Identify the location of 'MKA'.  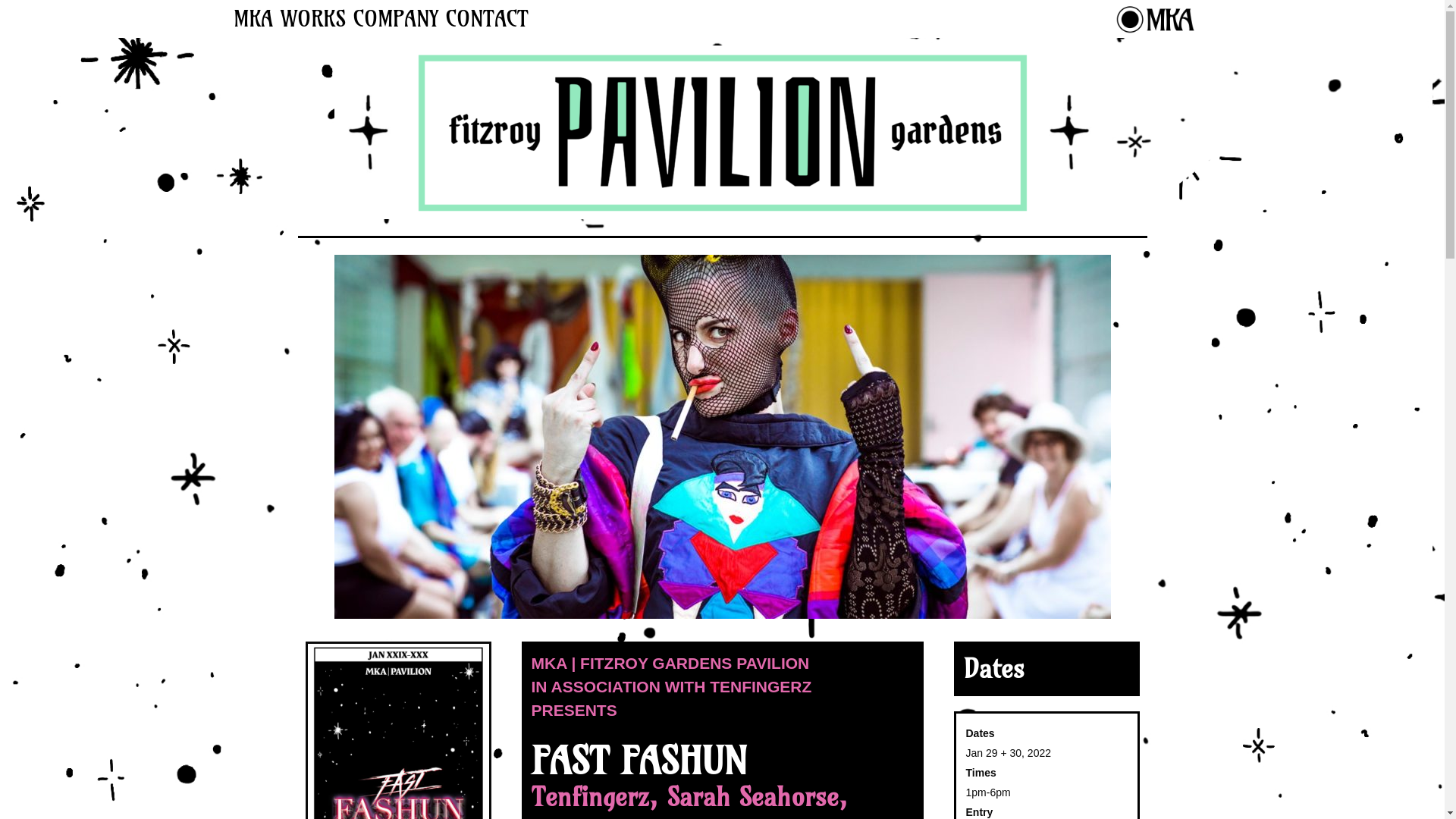
(252, 18).